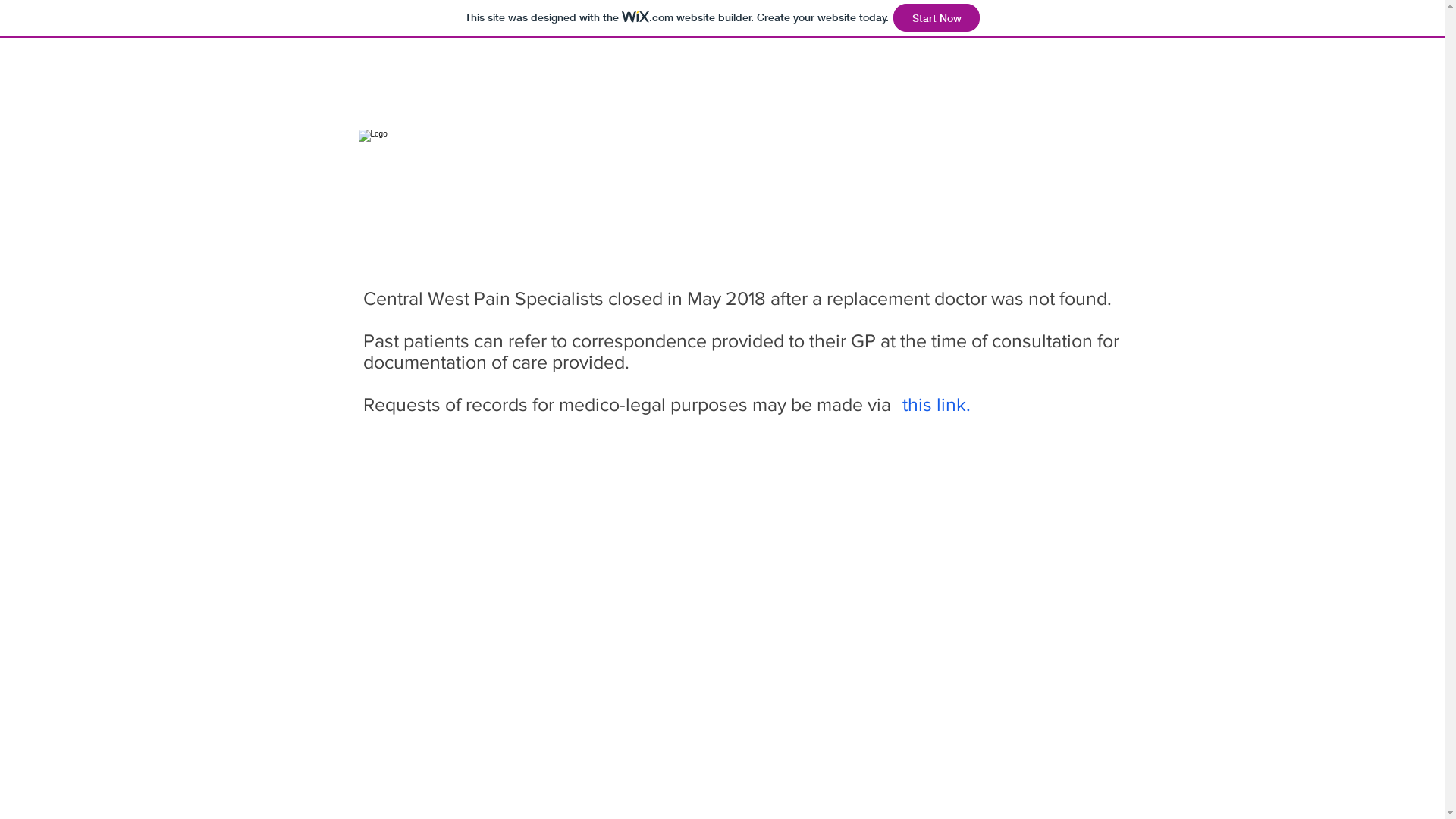  I want to click on 'this link.', so click(935, 403).